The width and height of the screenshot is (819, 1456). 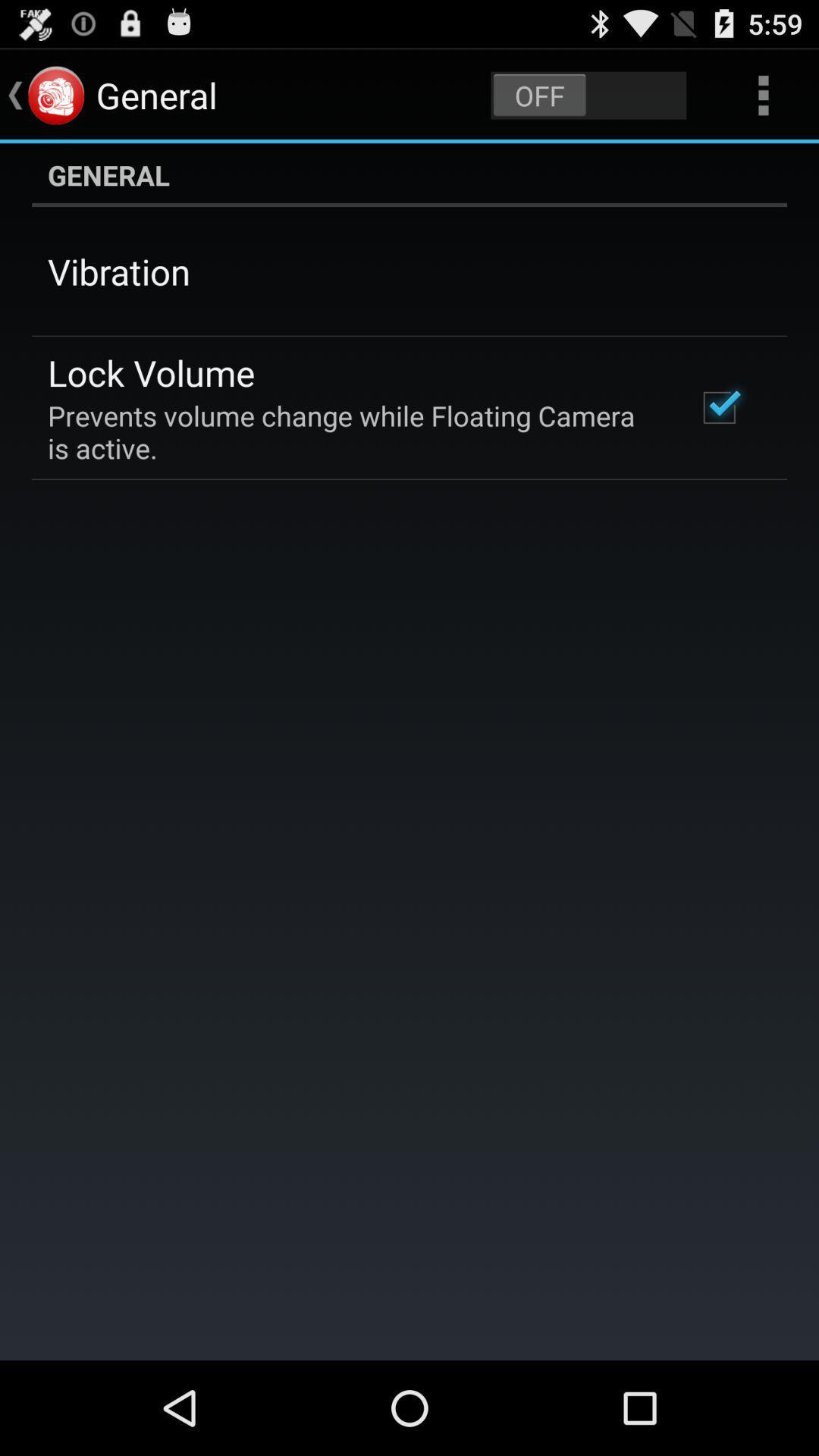 What do you see at coordinates (588, 94) in the screenshot?
I see `icon next to the general app` at bounding box center [588, 94].